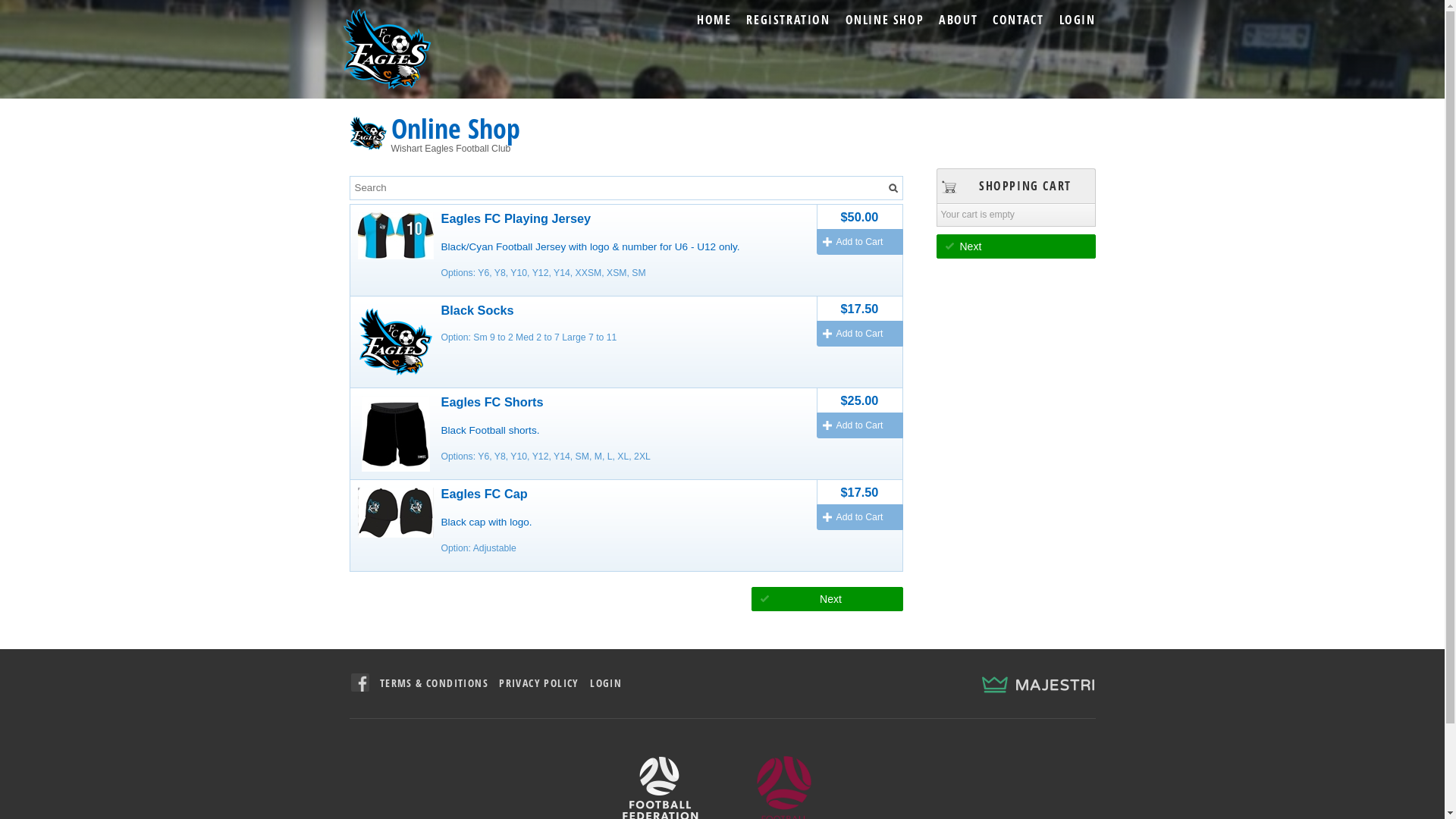  Describe the element at coordinates (1018, 20) in the screenshot. I see `'CONTACT'` at that location.